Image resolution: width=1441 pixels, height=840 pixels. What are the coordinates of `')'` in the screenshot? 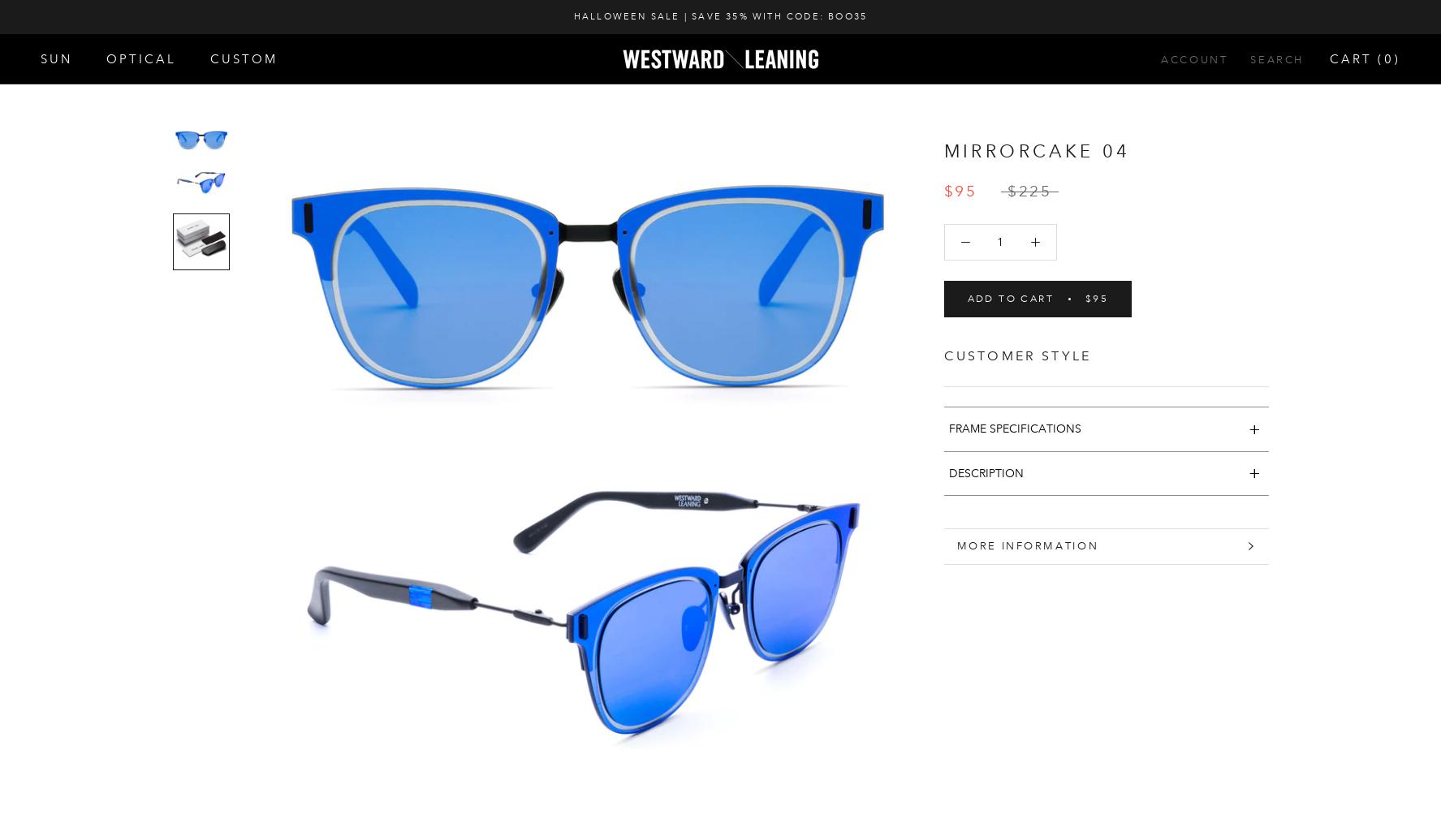 It's located at (1397, 58).